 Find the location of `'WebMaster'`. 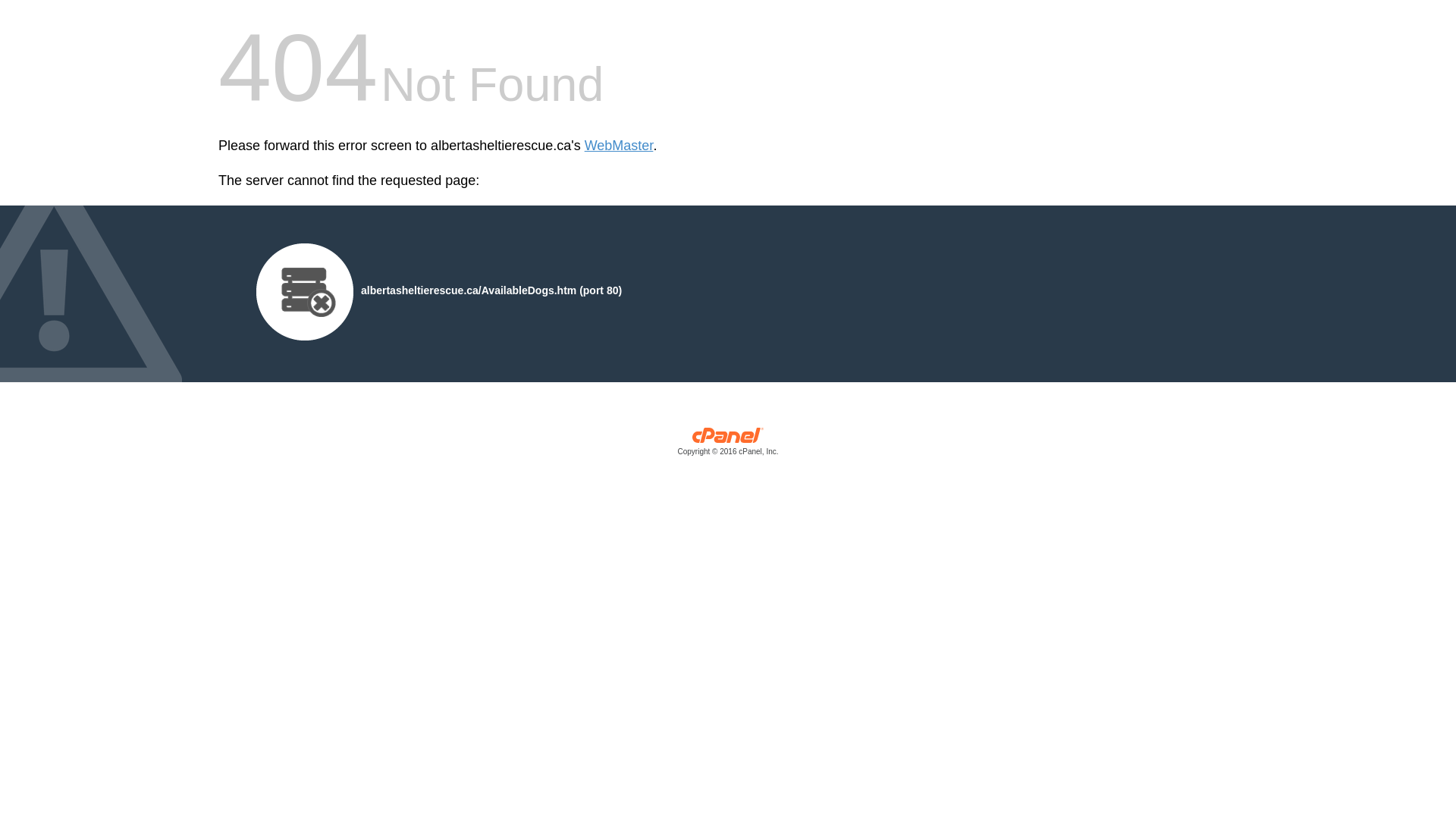

'WebMaster' is located at coordinates (584, 146).